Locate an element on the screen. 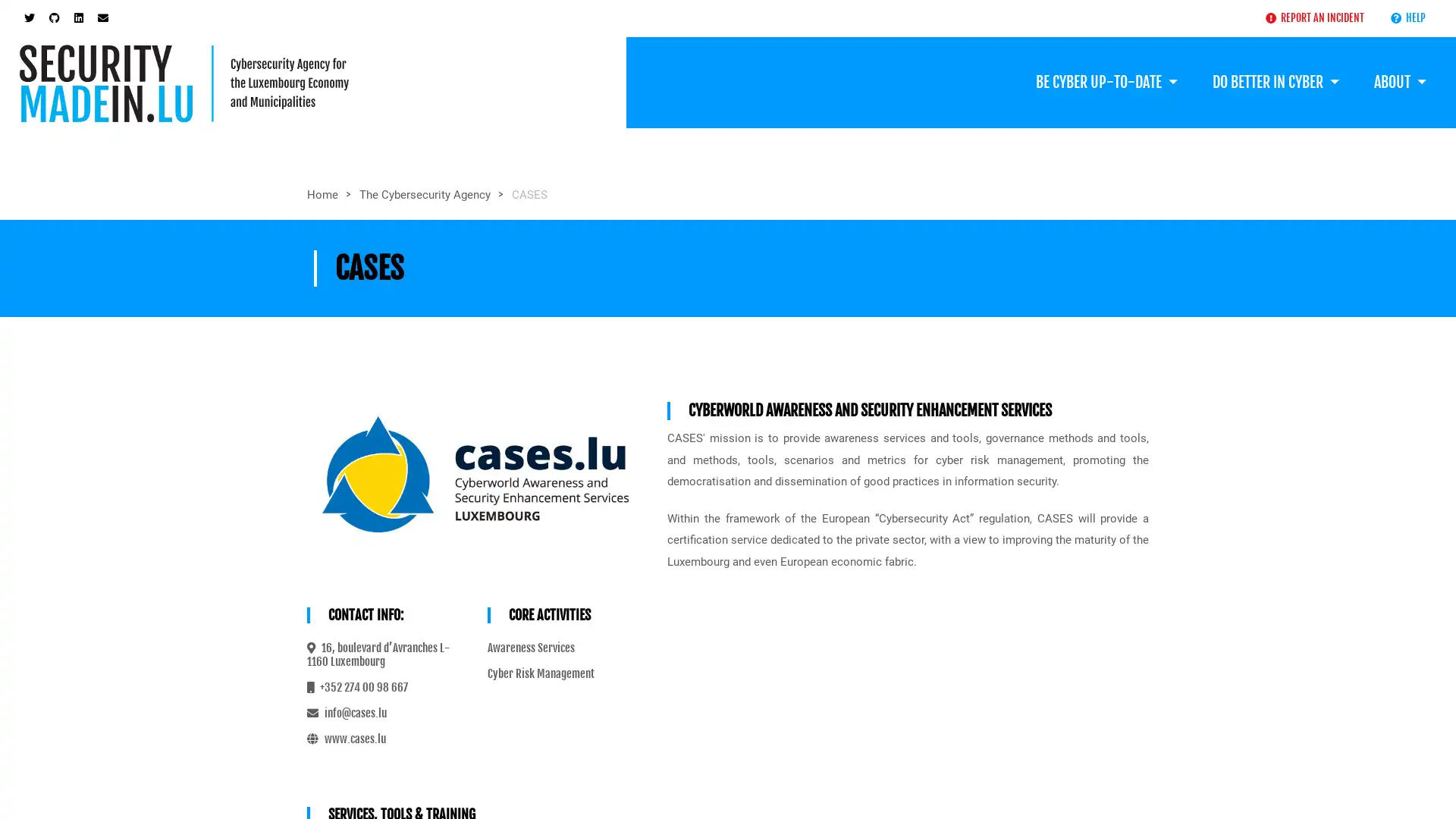  ABOUT is located at coordinates (1399, 82).